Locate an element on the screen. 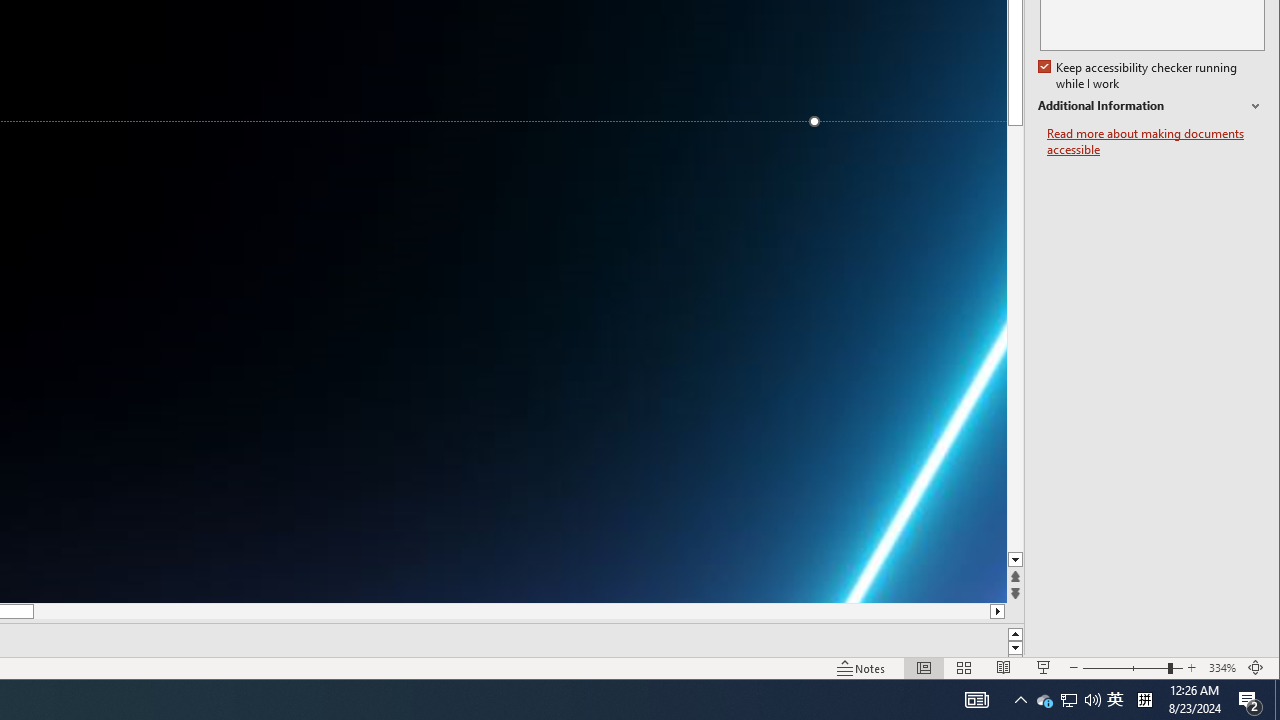 The width and height of the screenshot is (1280, 720). 'Zoom 334%' is located at coordinates (1221, 668).